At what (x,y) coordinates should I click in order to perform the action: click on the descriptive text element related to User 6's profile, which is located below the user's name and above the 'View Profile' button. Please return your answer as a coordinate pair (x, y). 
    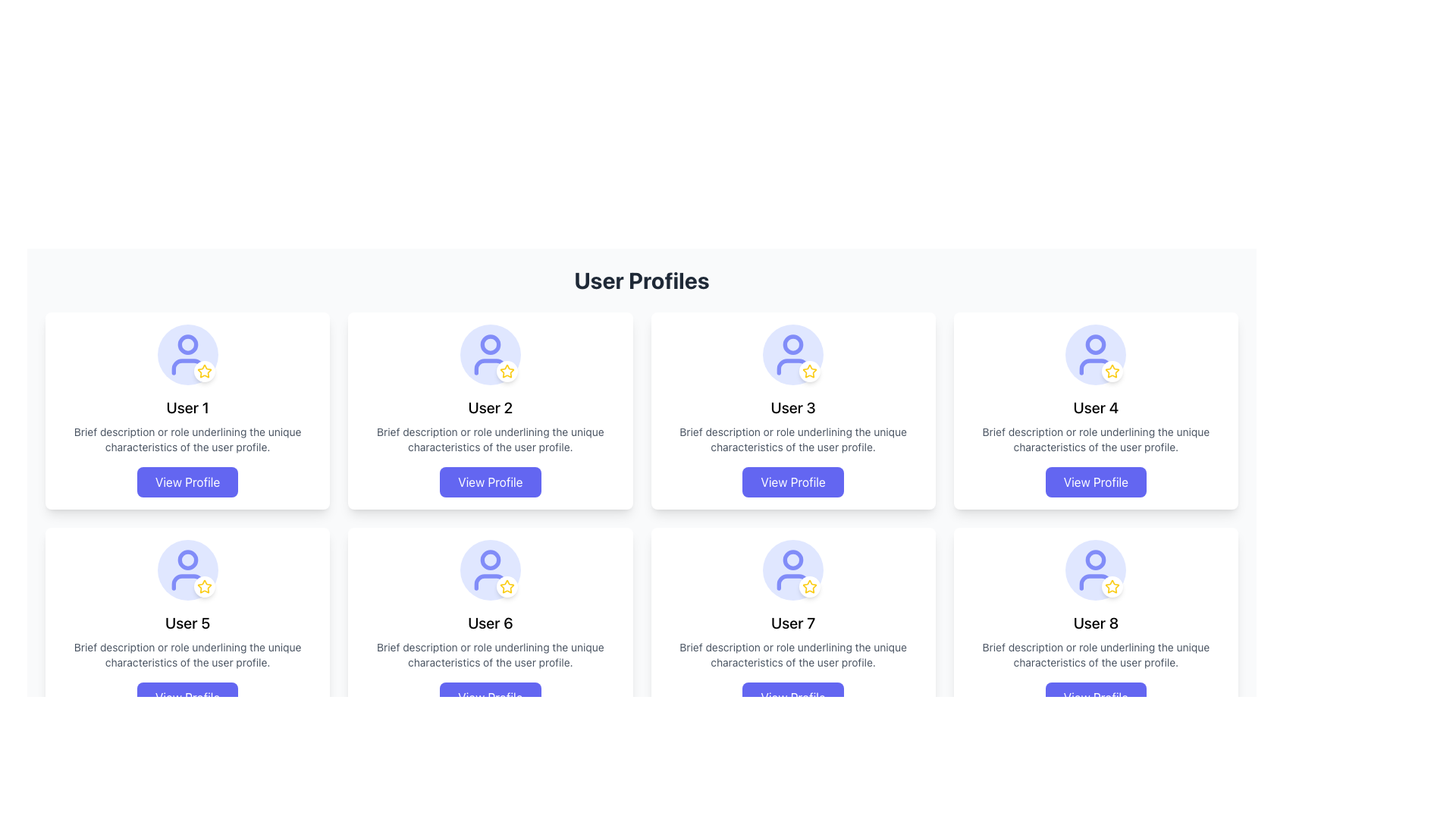
    Looking at the image, I should click on (490, 654).